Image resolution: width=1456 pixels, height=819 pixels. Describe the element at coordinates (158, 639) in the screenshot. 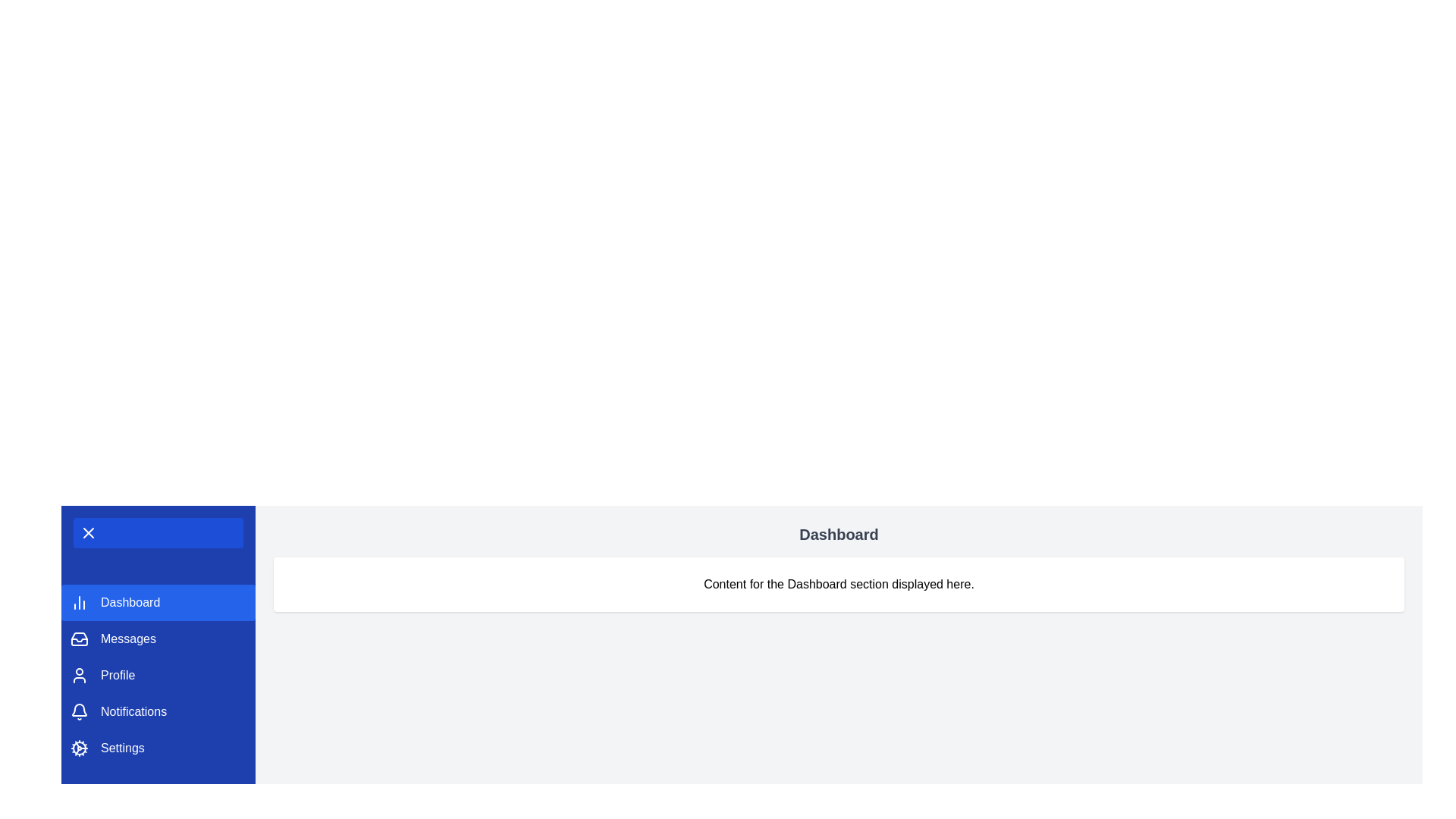

I see `the 'Messages' menu item in the vertical sidebar menu to activate the hover effect, which changes the background color to a deeper shade of blue` at that location.